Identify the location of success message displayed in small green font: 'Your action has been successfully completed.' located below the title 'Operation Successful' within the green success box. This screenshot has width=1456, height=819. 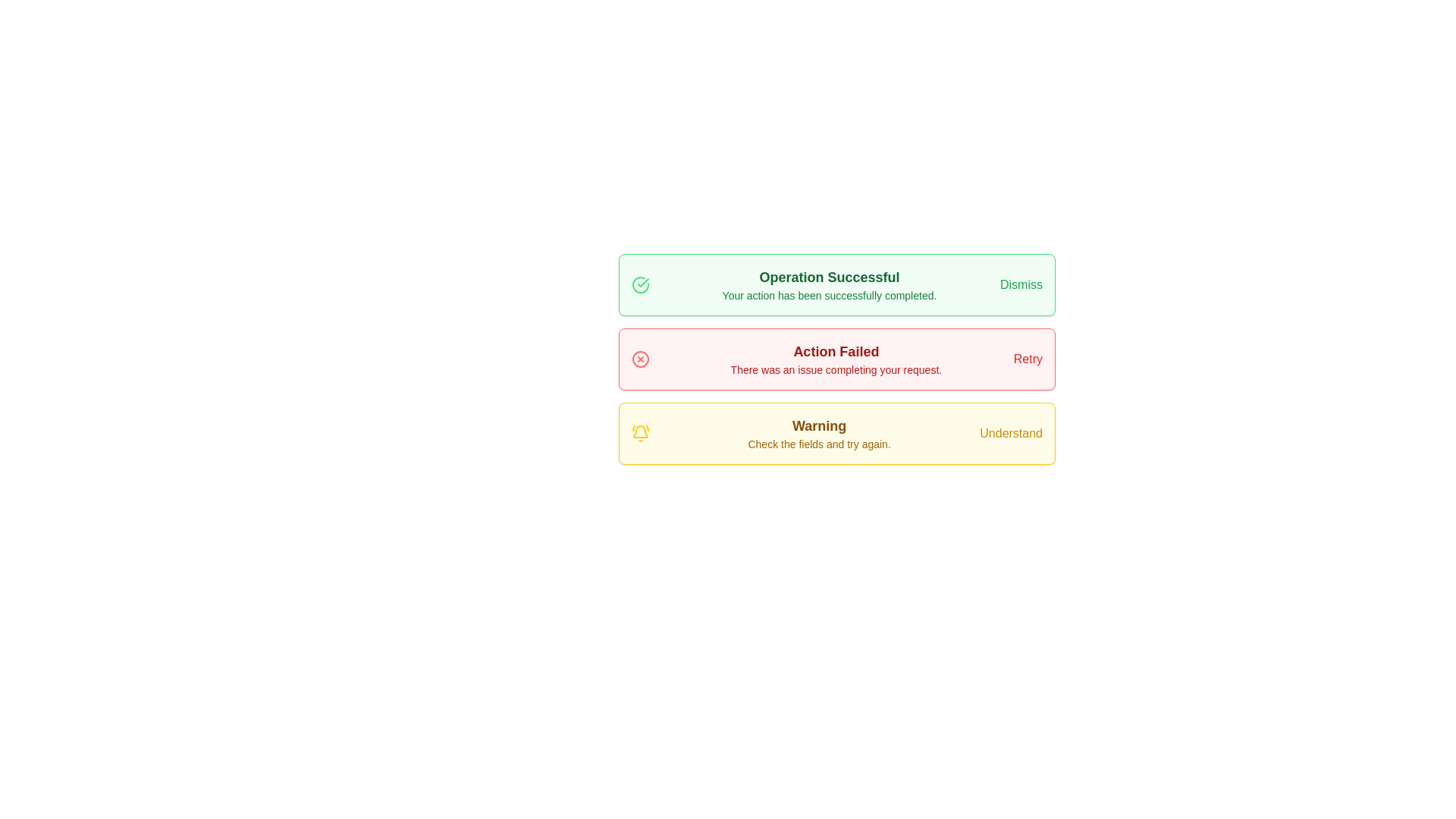
(829, 295).